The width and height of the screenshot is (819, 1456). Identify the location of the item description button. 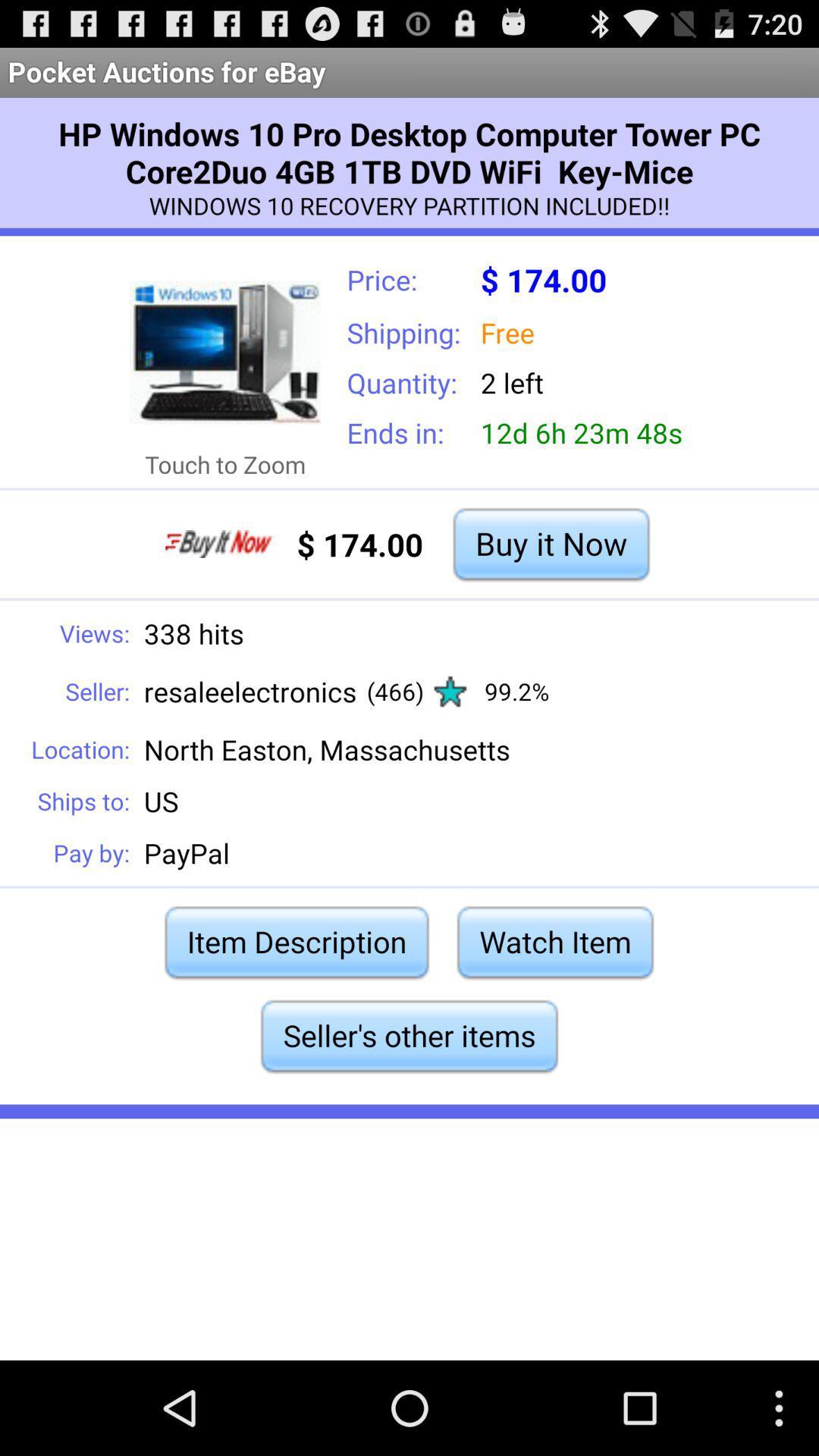
(297, 941).